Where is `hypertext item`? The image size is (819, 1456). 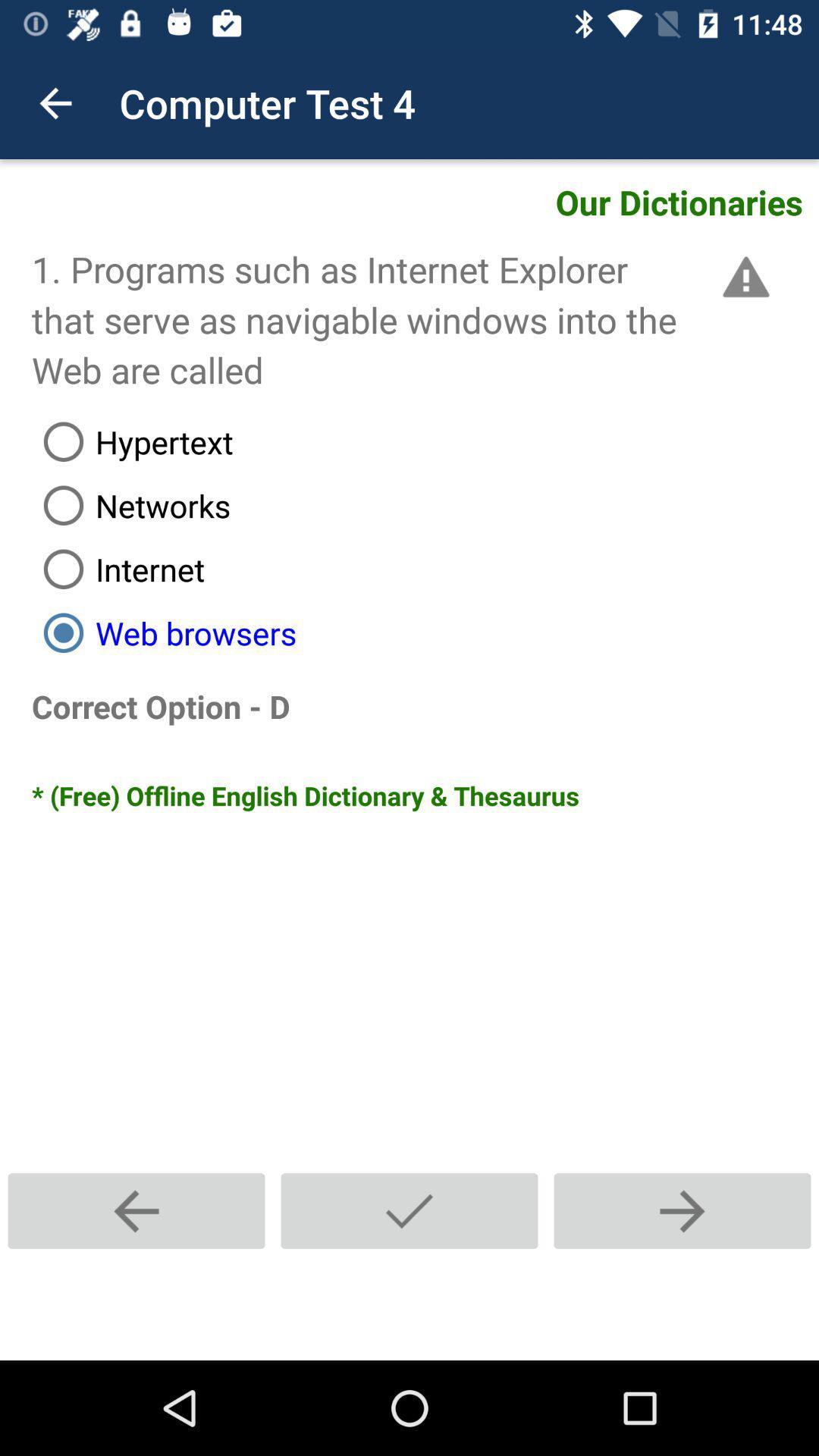 hypertext item is located at coordinates (425, 441).